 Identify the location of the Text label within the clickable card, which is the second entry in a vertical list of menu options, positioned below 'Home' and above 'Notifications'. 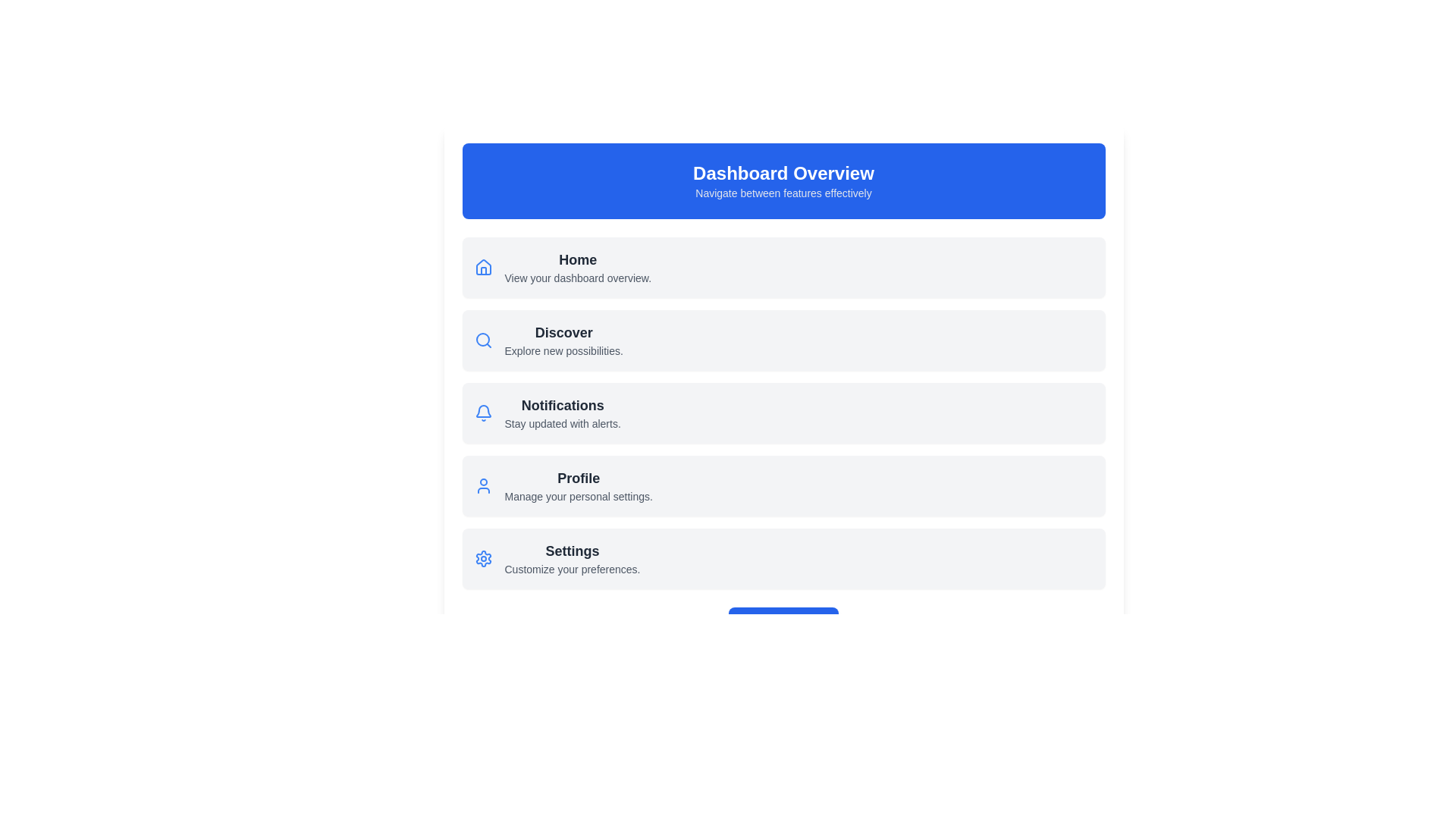
(563, 339).